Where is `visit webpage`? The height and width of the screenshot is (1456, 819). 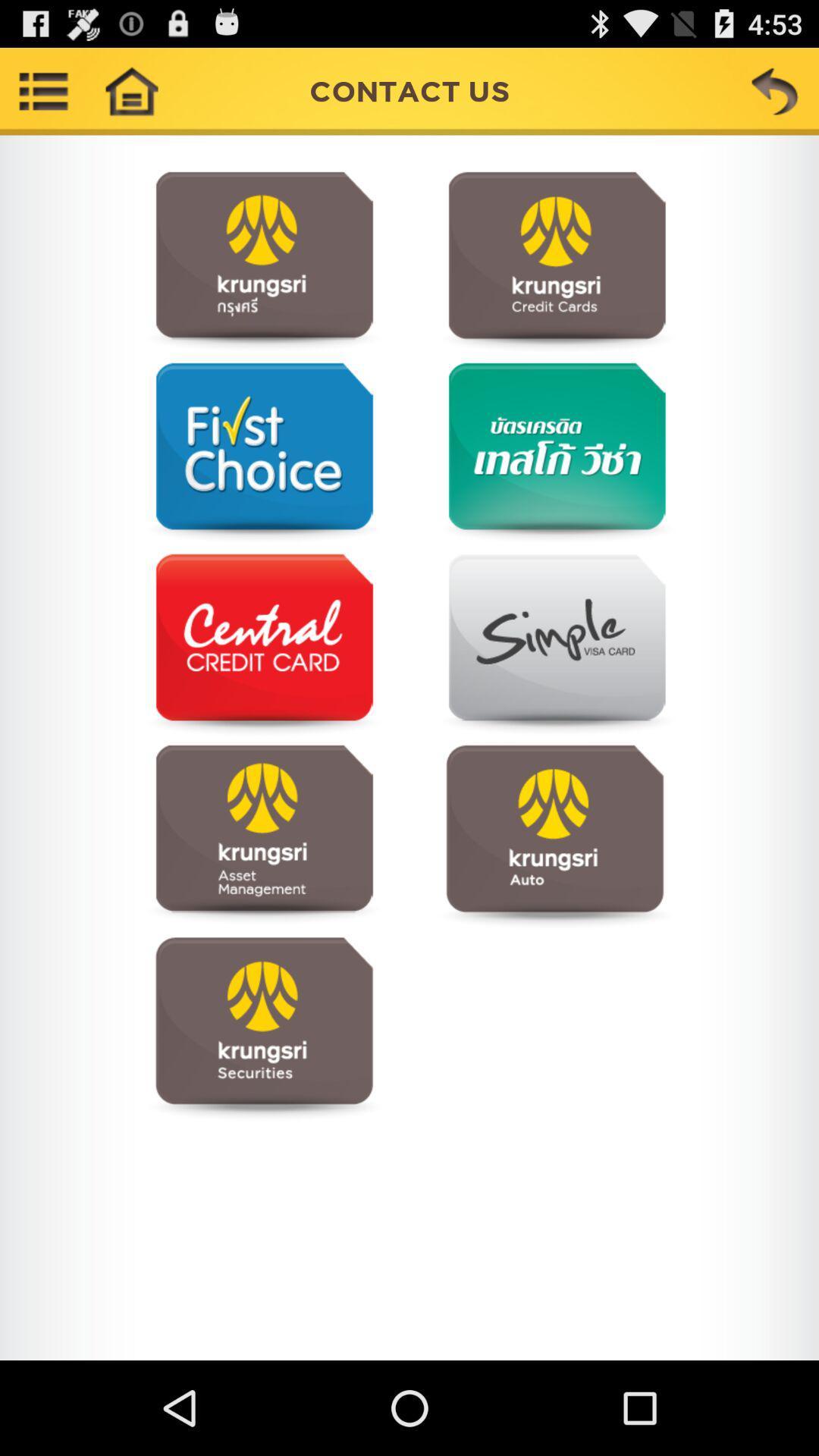
visit webpage is located at coordinates (263, 835).